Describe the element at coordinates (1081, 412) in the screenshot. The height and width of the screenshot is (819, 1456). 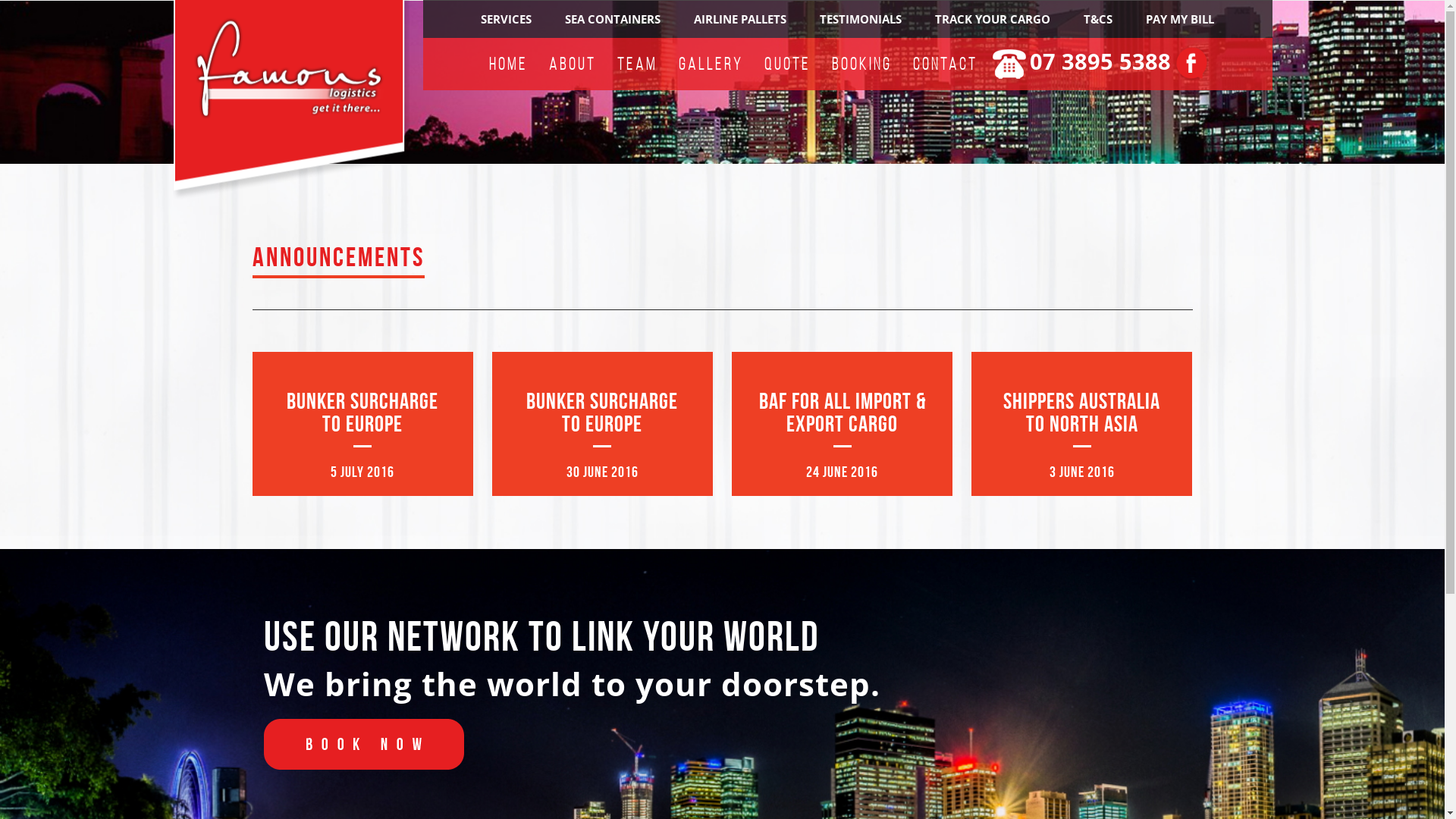
I see `'SHIPPERS AUSTRALIA` at that location.